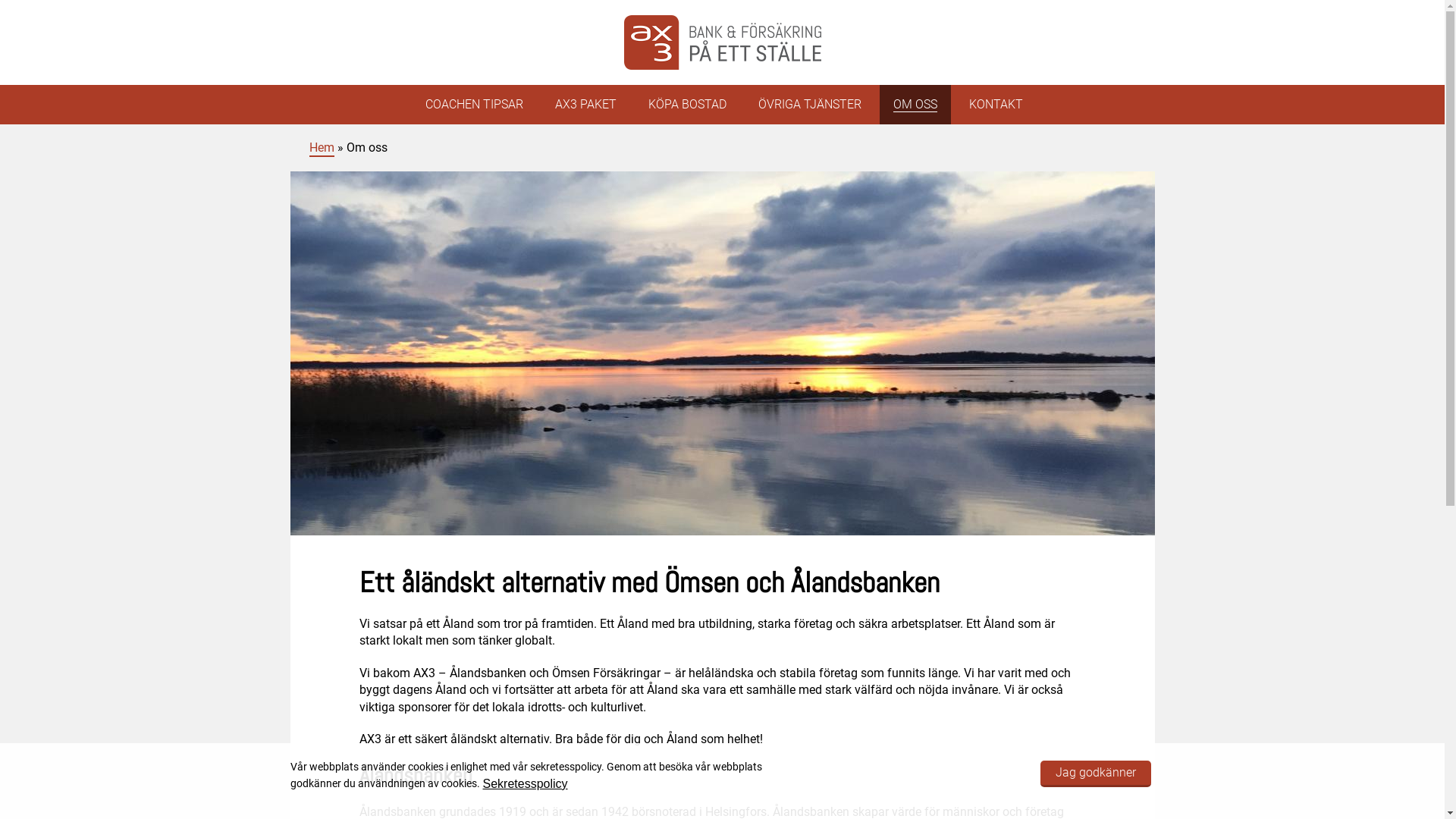 This screenshot has height=819, width=1456. What do you see at coordinates (996, 104) in the screenshot?
I see `'KONTAKT'` at bounding box center [996, 104].